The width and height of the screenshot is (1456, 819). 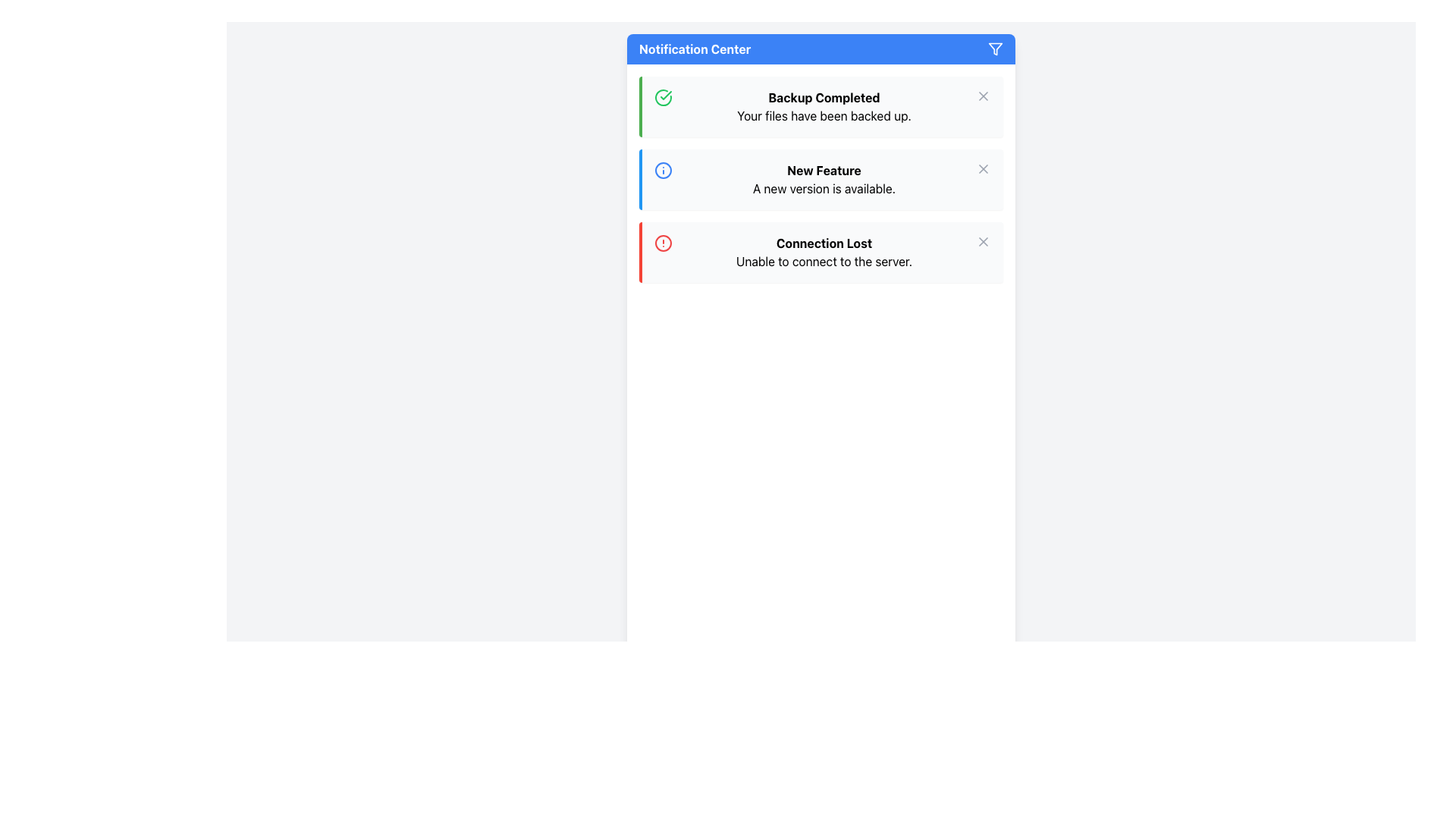 What do you see at coordinates (694, 49) in the screenshot?
I see `the static text label indicating the title or purpose of the notification panel, which is positioned near the center-left of the blue header bar` at bounding box center [694, 49].